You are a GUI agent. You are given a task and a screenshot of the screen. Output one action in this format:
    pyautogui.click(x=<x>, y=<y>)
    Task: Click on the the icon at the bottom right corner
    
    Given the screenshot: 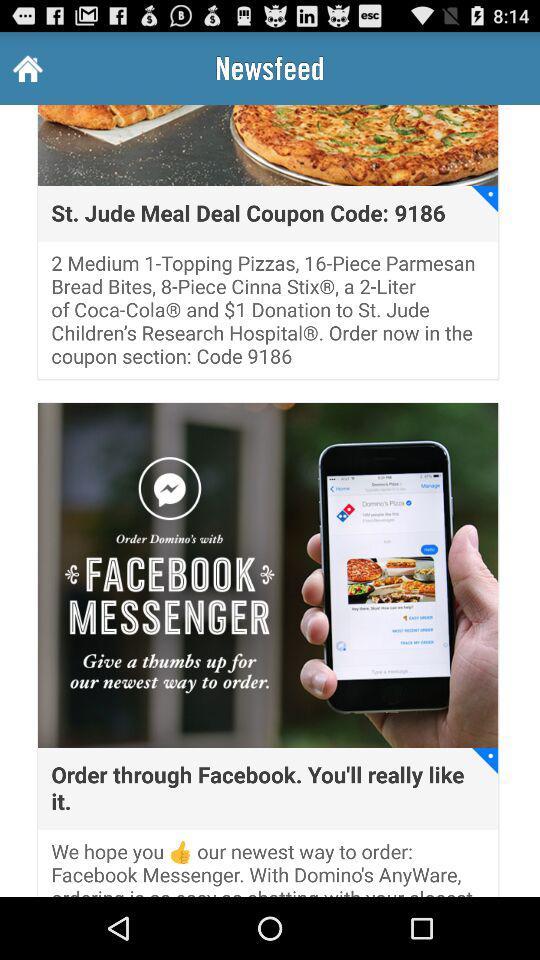 What is the action you would take?
    pyautogui.click(x=484, y=759)
    